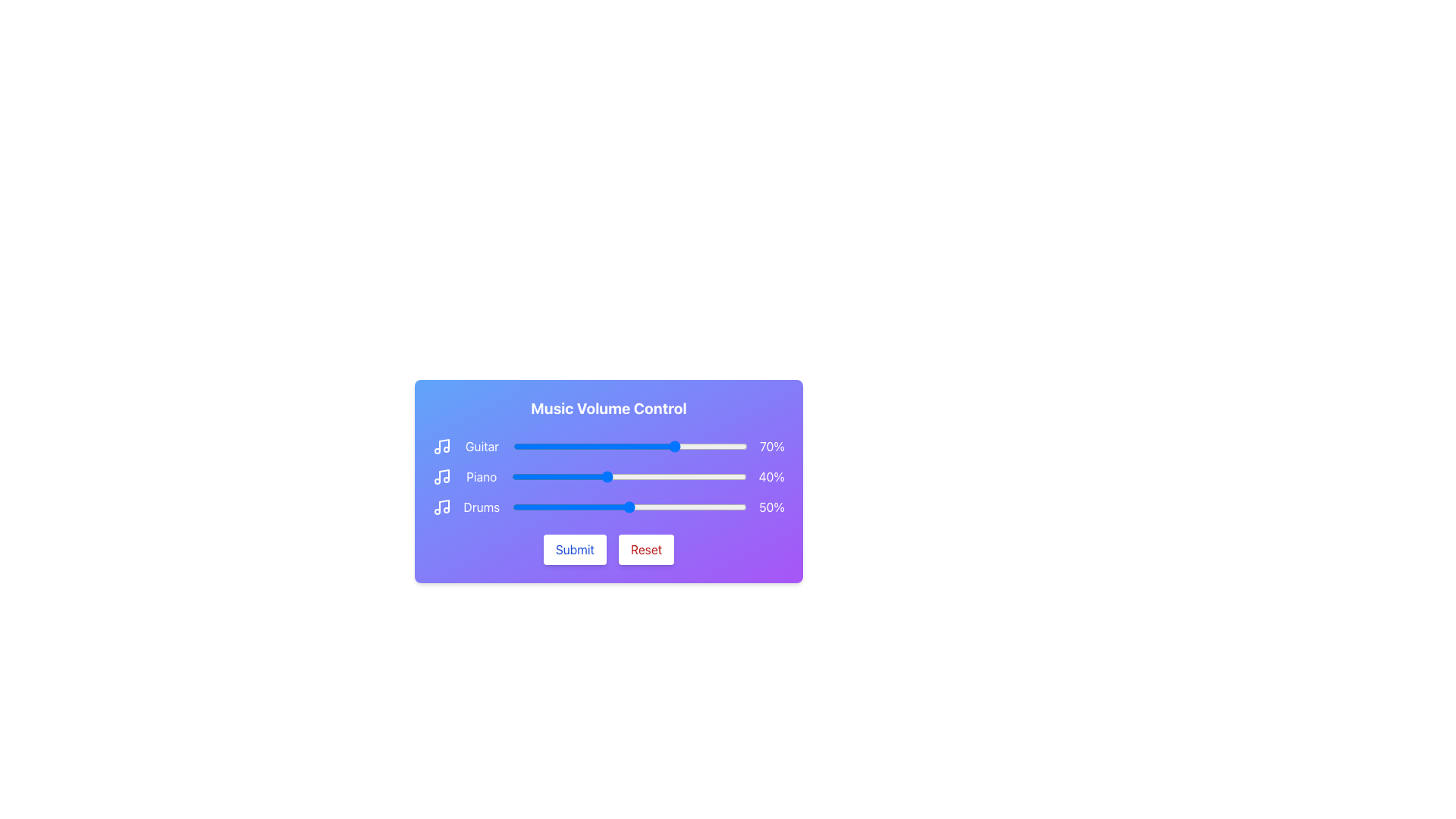  I want to click on the Piano slider, so click(603, 475).